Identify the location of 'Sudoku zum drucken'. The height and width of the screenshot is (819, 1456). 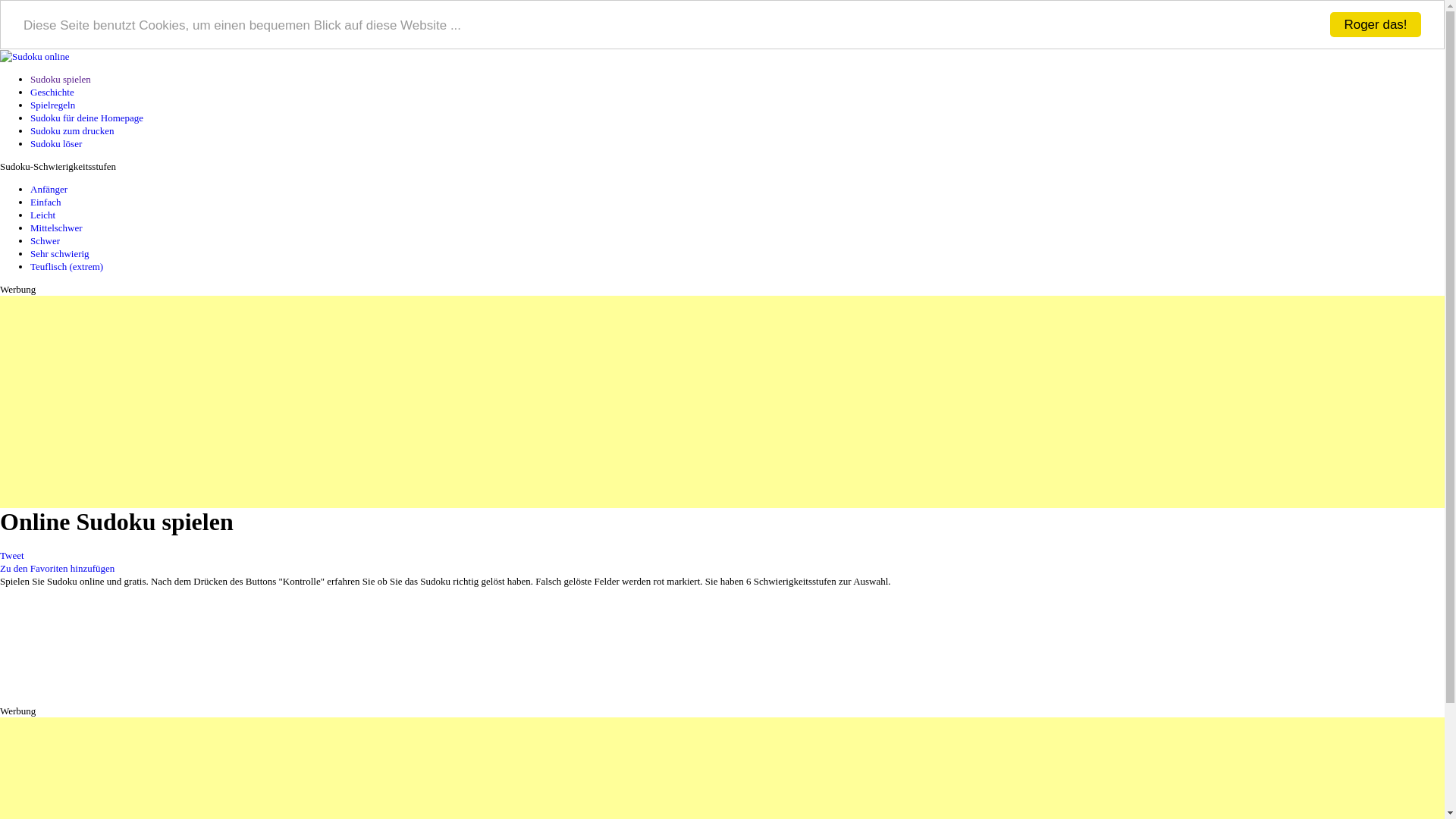
(71, 130).